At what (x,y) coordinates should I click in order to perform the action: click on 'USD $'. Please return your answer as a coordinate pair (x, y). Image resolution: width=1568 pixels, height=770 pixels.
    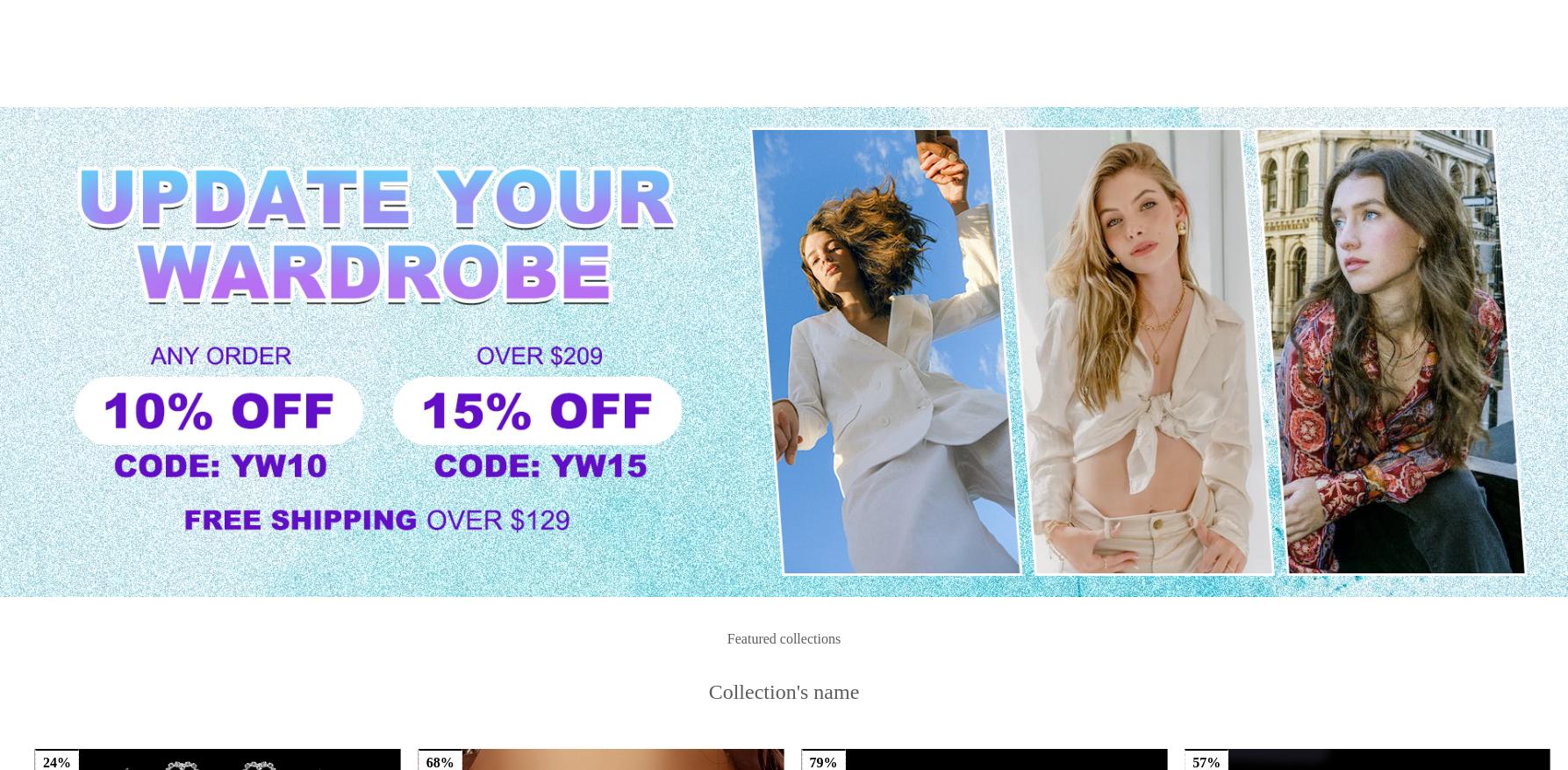
    Looking at the image, I should click on (83, 30).